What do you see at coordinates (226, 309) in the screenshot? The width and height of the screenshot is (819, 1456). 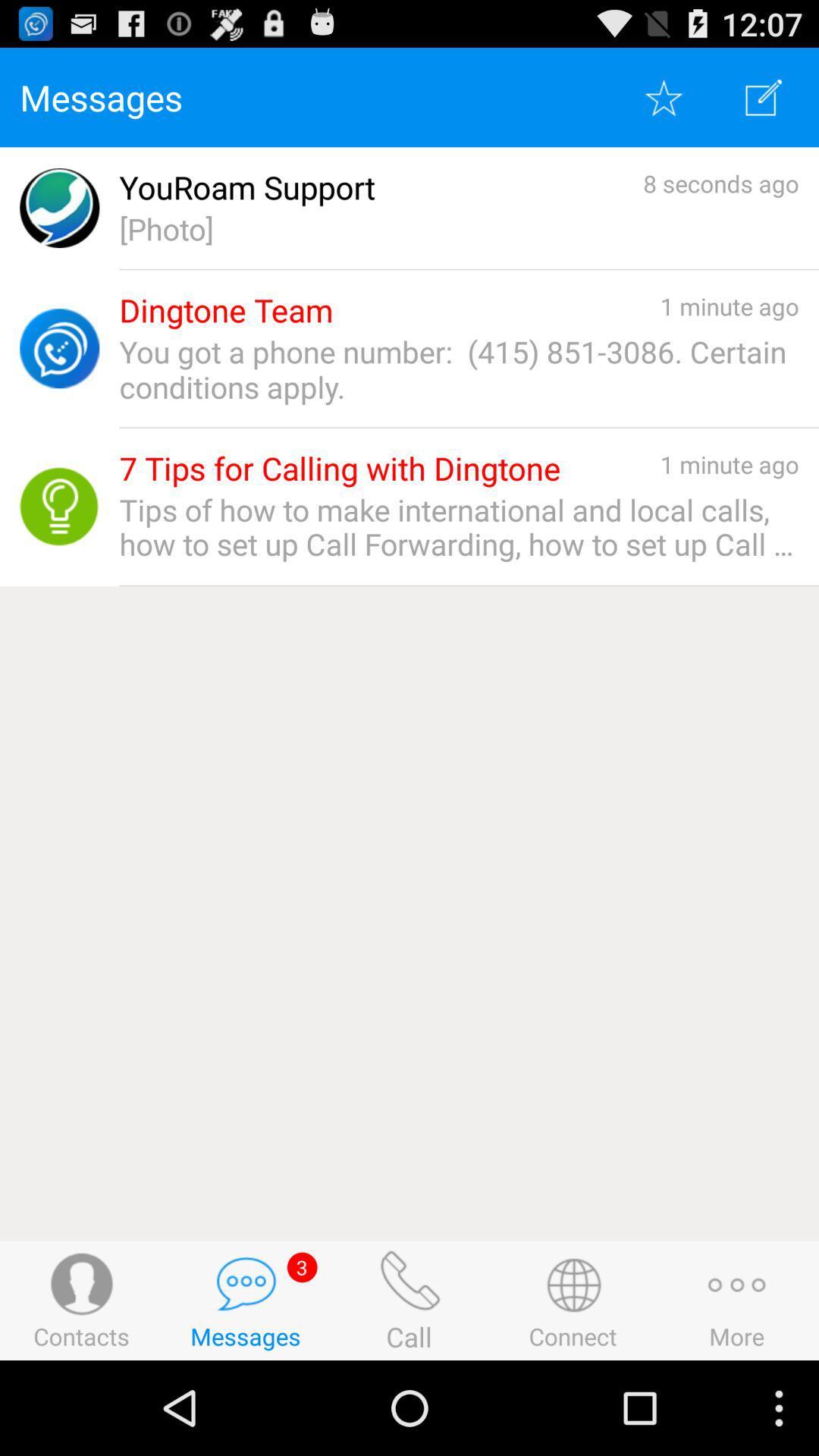 I see `icon above the you got a item` at bounding box center [226, 309].